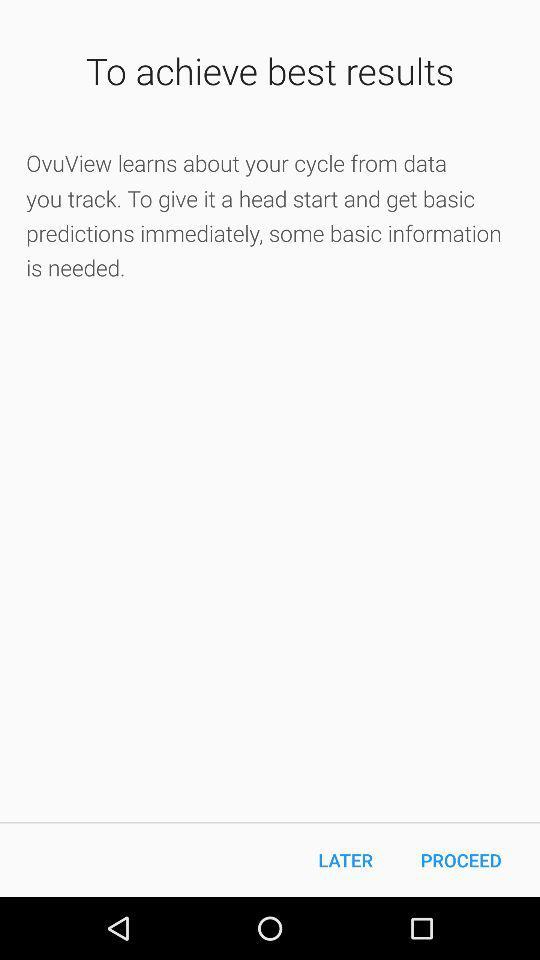 The height and width of the screenshot is (960, 540). I want to click on the later icon, so click(344, 859).